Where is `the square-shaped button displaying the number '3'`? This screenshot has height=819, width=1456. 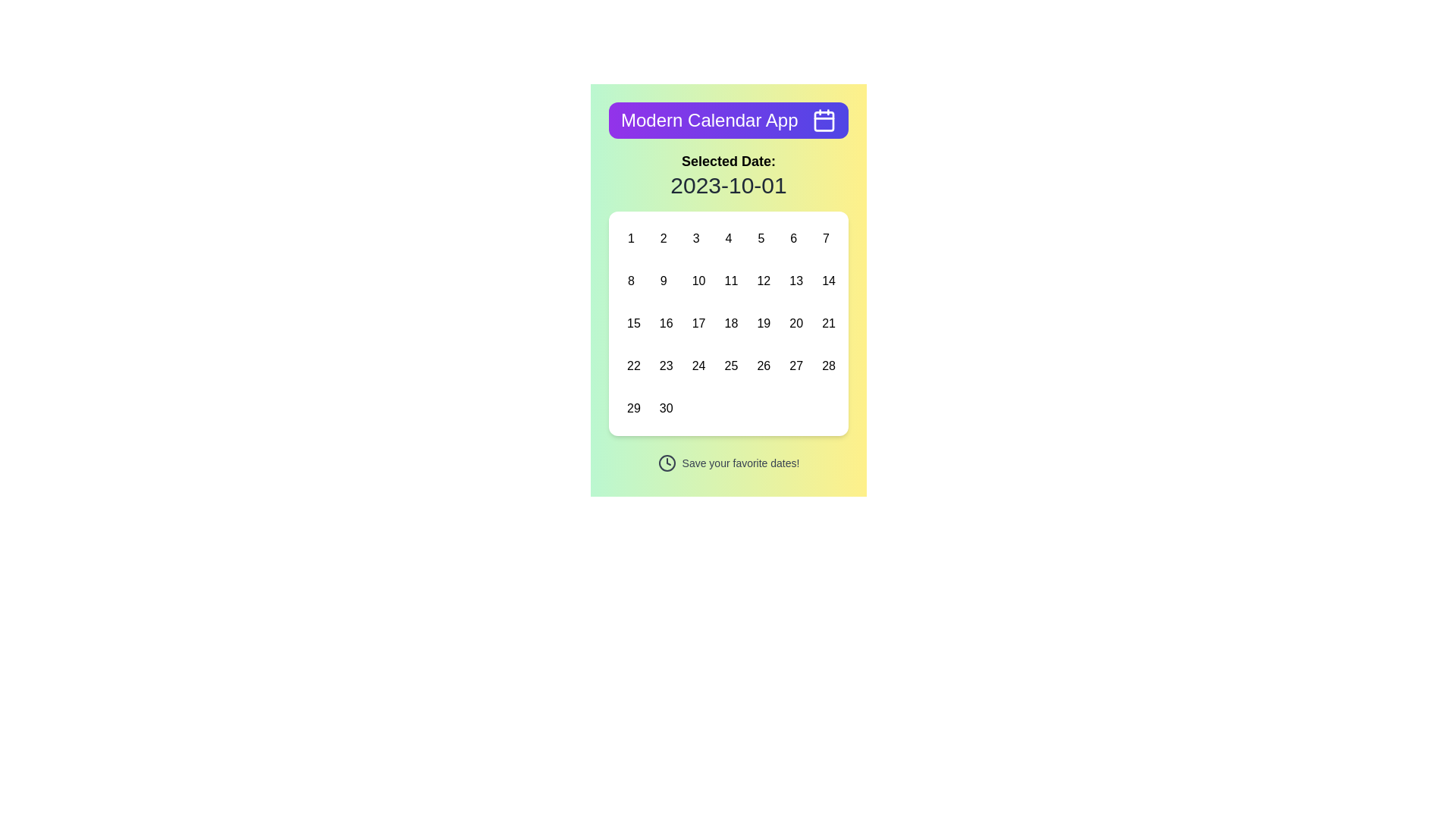 the square-shaped button displaying the number '3' is located at coordinates (695, 239).